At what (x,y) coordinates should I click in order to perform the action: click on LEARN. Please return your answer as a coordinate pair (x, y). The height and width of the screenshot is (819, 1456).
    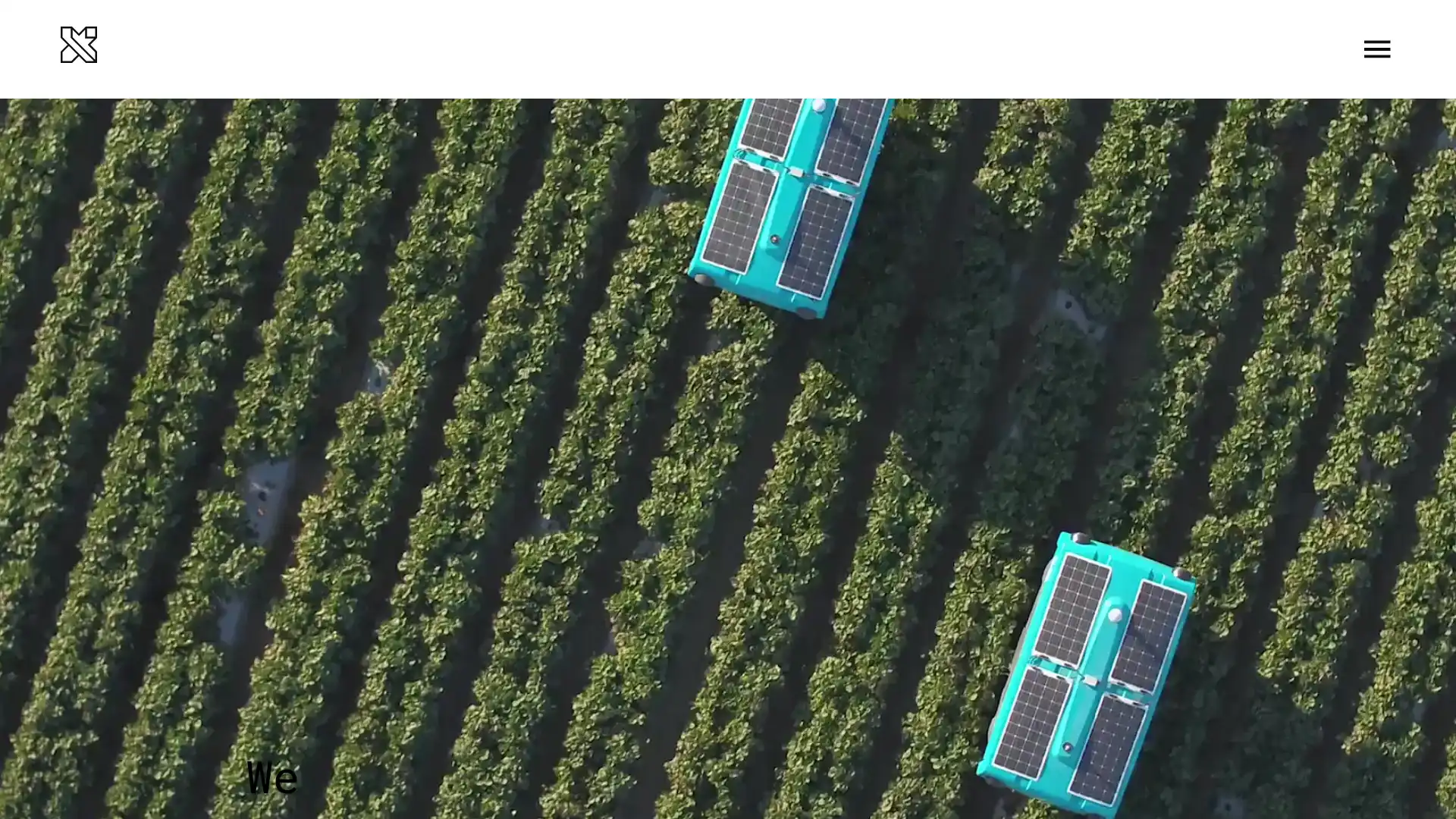
    Looking at the image, I should click on (1063, 201).